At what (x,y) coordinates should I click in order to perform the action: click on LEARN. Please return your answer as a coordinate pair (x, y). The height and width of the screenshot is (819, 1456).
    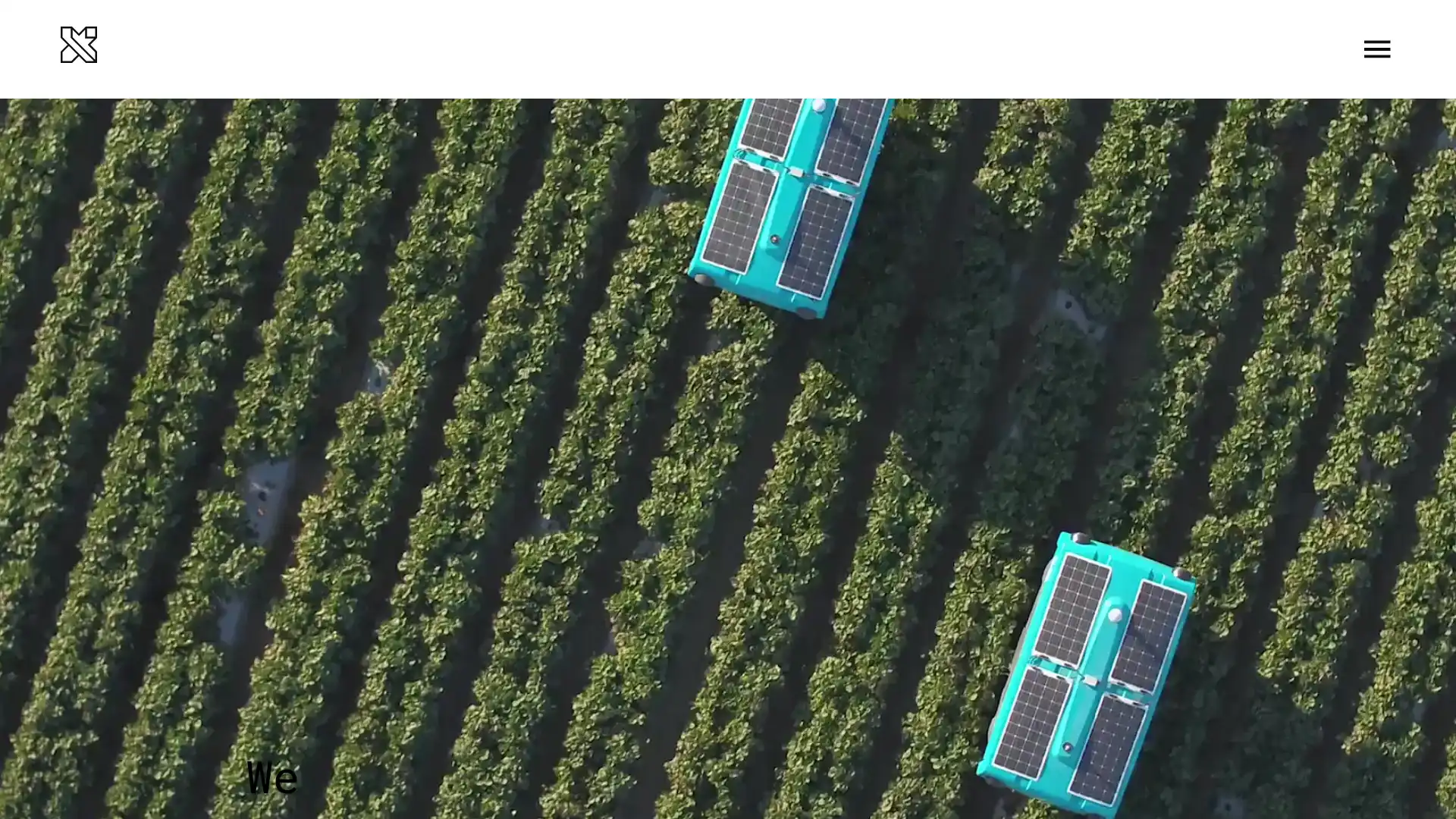
    Looking at the image, I should click on (1063, 201).